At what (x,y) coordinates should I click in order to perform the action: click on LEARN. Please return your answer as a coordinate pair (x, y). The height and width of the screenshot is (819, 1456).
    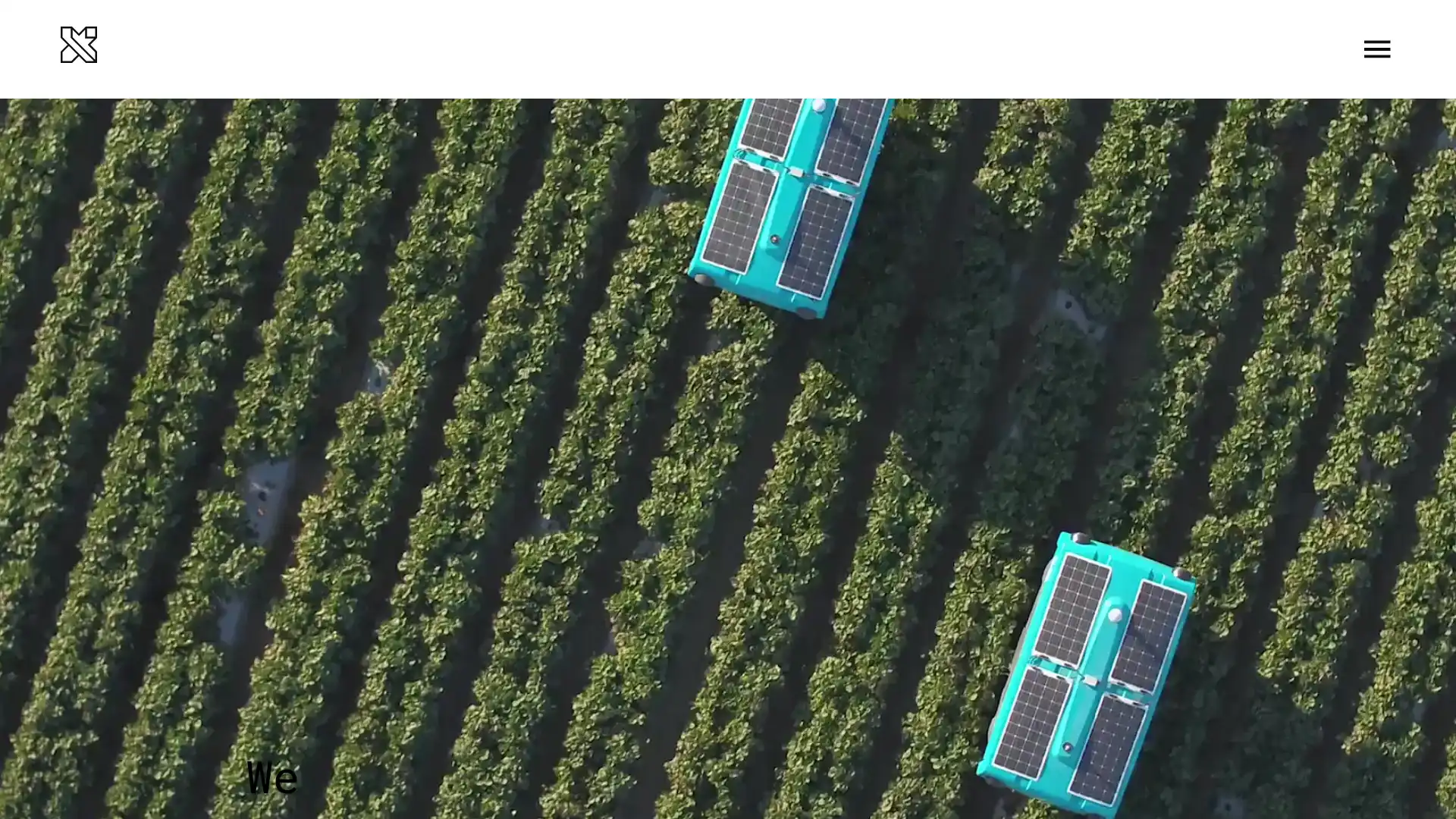
    Looking at the image, I should click on (1063, 201).